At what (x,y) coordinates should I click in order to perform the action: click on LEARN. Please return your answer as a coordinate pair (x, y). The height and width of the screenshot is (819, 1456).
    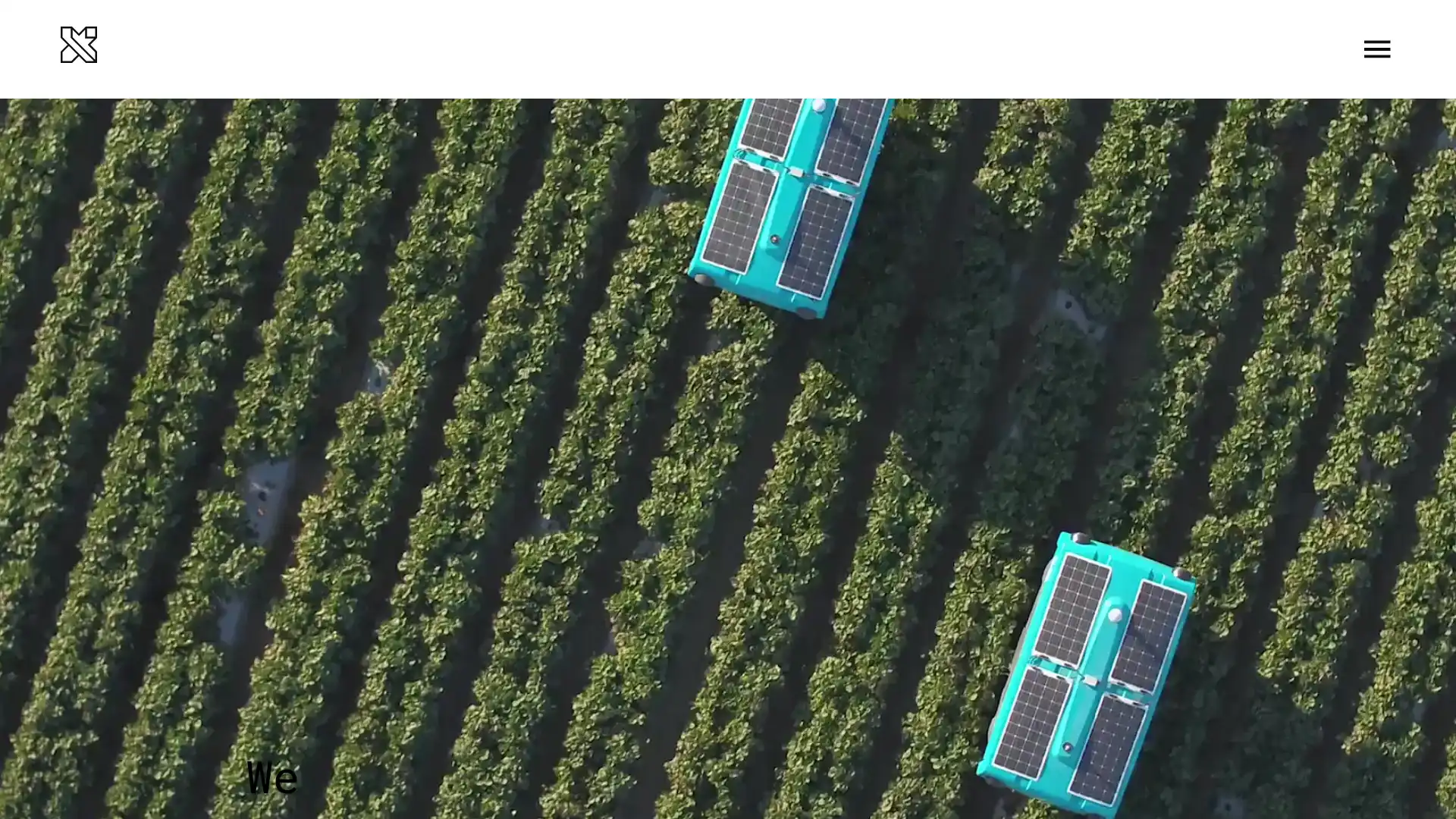
    Looking at the image, I should click on (1063, 201).